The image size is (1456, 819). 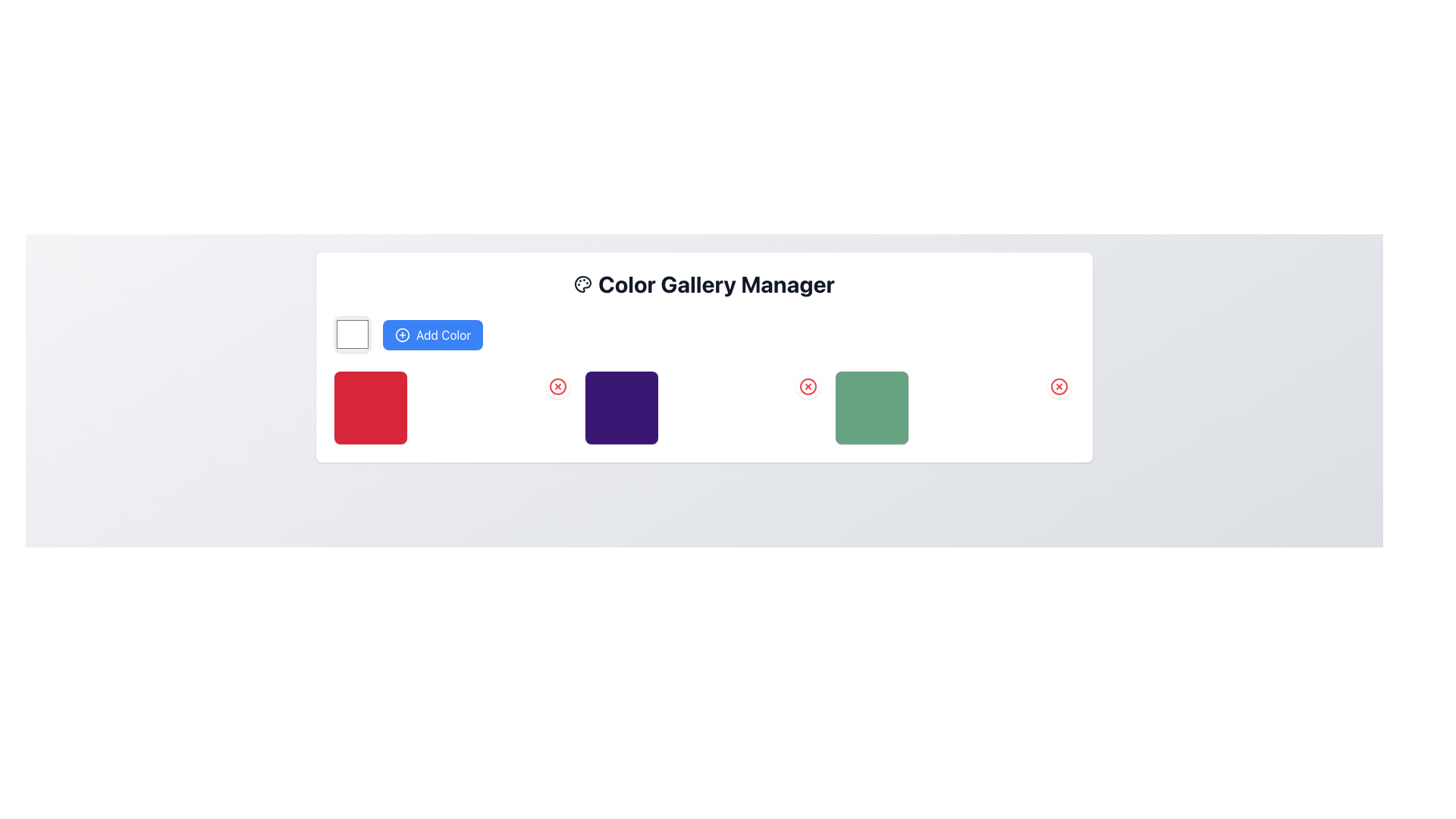 What do you see at coordinates (1058, 385) in the screenshot?
I see `the circular red 'x' button in the top-right corner of the green box` at bounding box center [1058, 385].